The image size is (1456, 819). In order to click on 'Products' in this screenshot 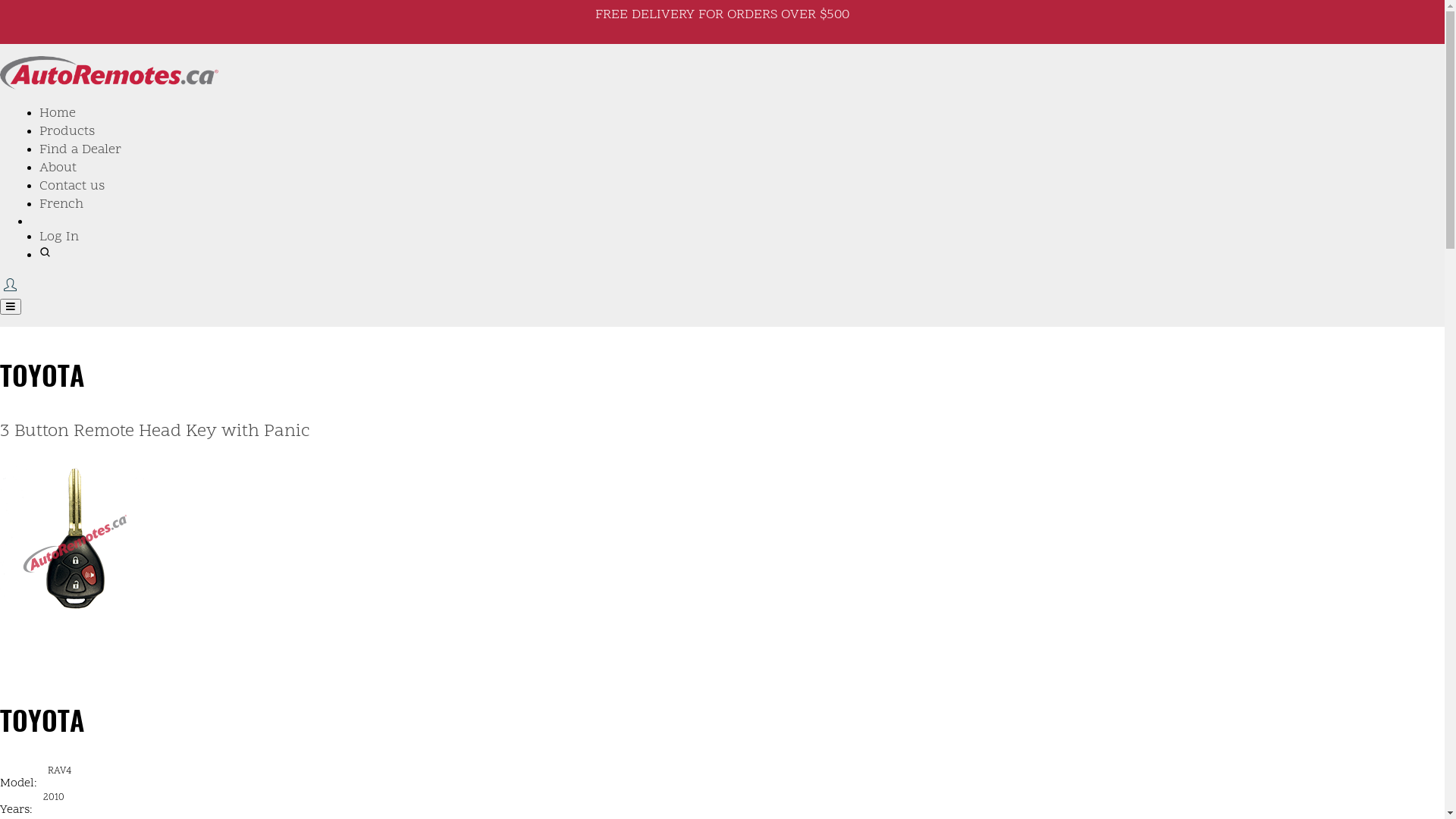, I will do `click(66, 130)`.